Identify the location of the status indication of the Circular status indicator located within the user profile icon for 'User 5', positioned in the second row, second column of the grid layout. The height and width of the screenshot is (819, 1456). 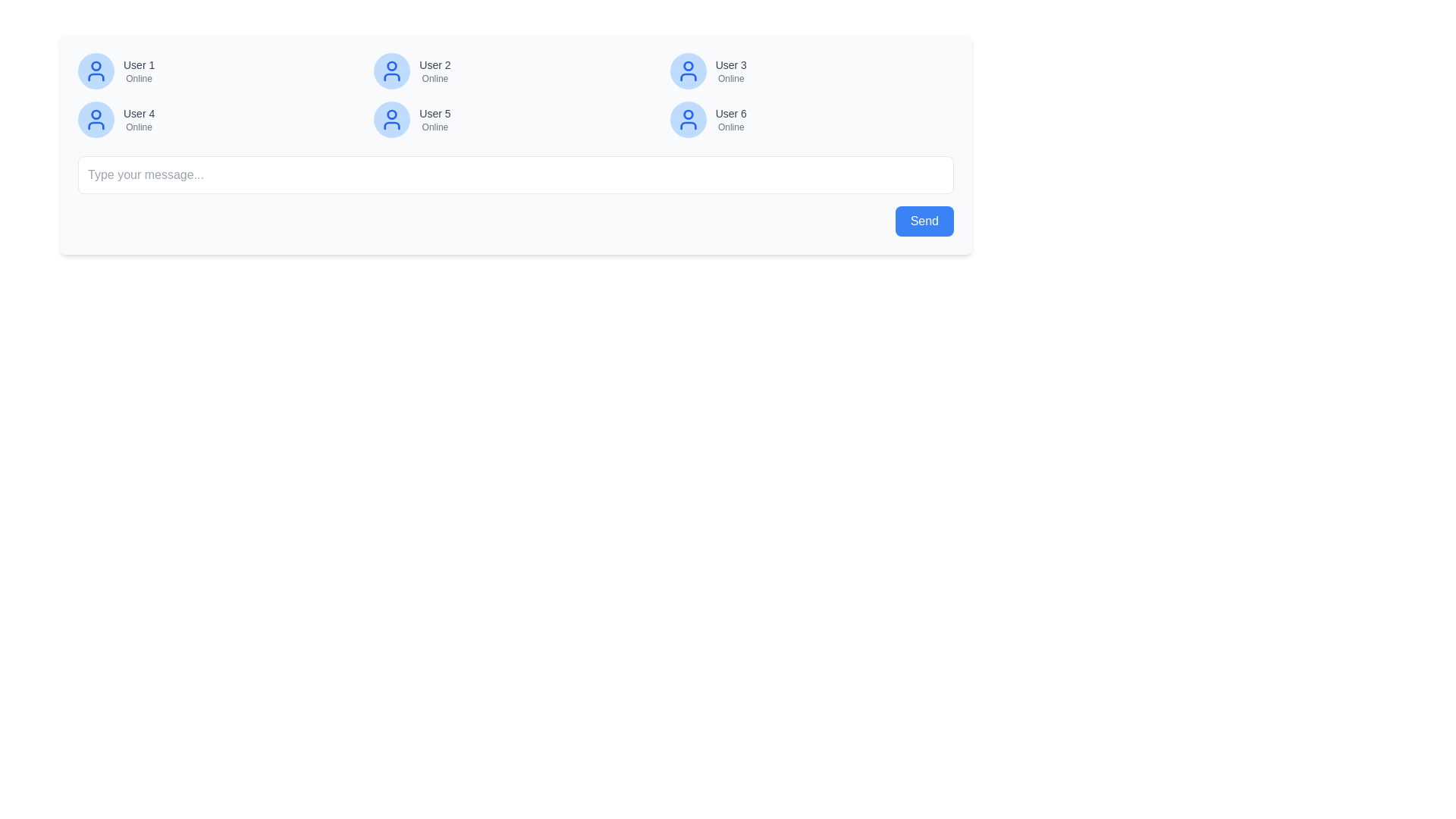
(392, 114).